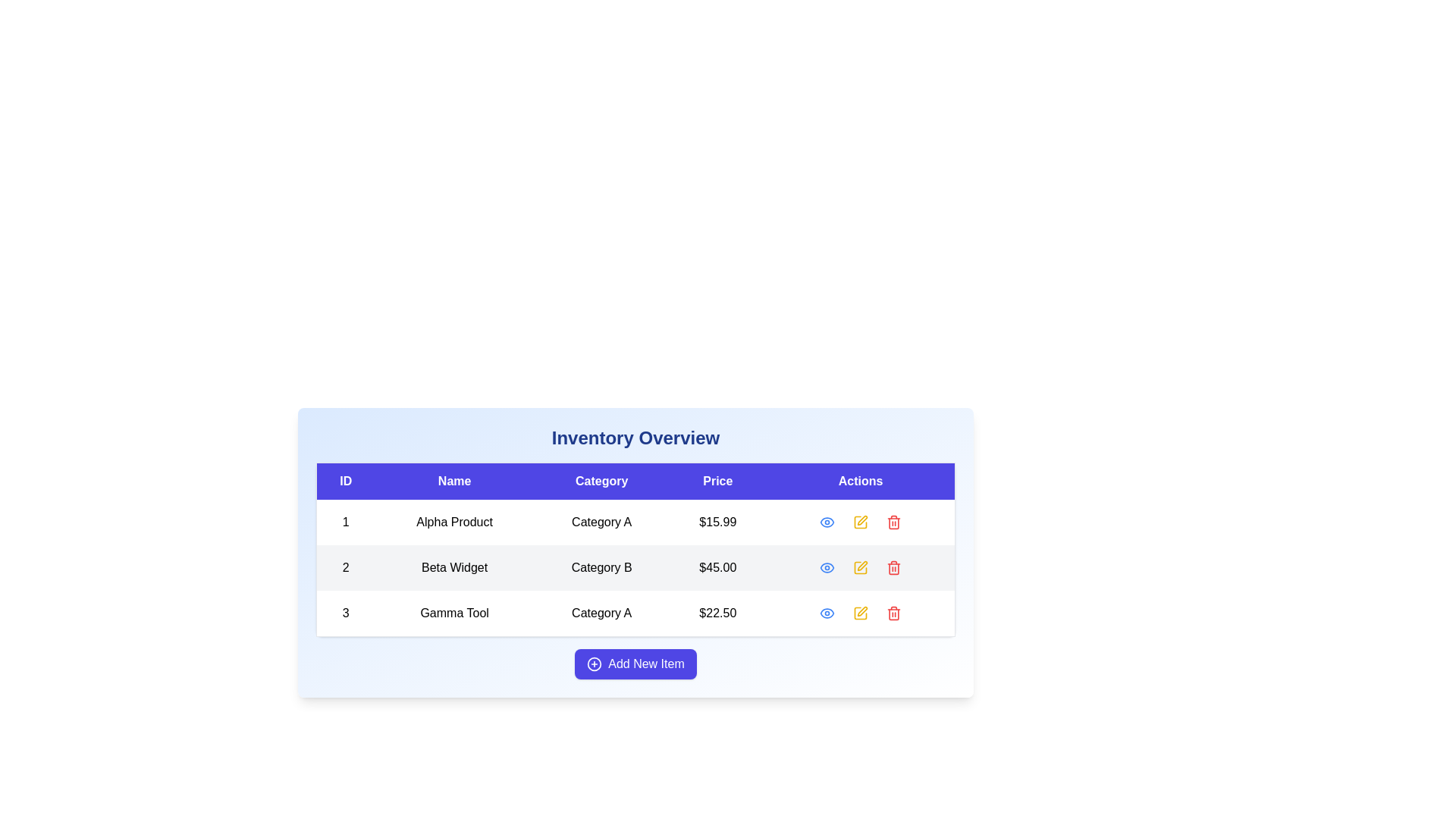  I want to click on text content of the 'Alpha Product' label located in the second column of the first row of the data table under the 'Name' column heading, so click(453, 522).